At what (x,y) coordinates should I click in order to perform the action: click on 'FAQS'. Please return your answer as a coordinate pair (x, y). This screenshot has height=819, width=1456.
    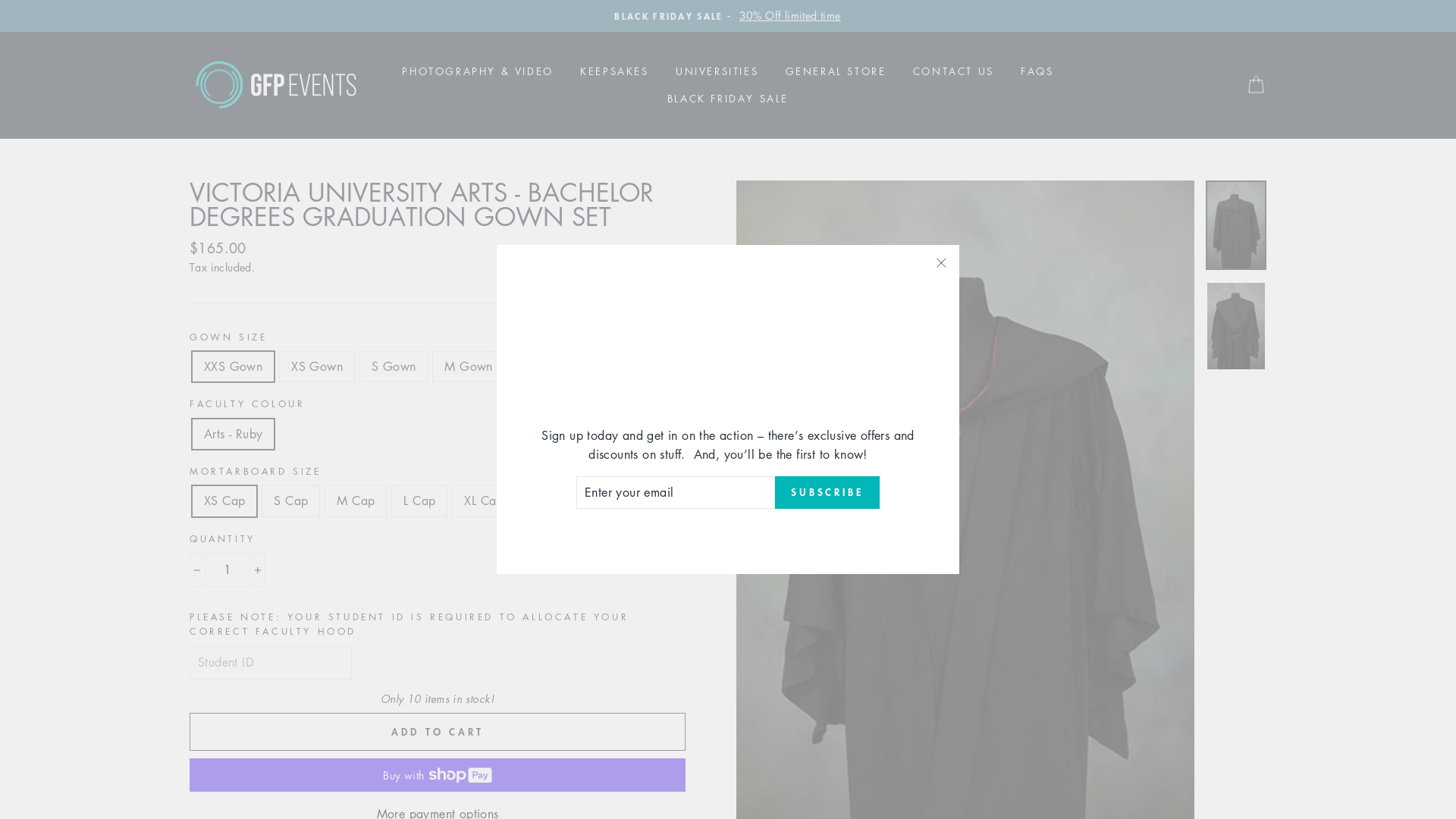
    Looking at the image, I should click on (1009, 71).